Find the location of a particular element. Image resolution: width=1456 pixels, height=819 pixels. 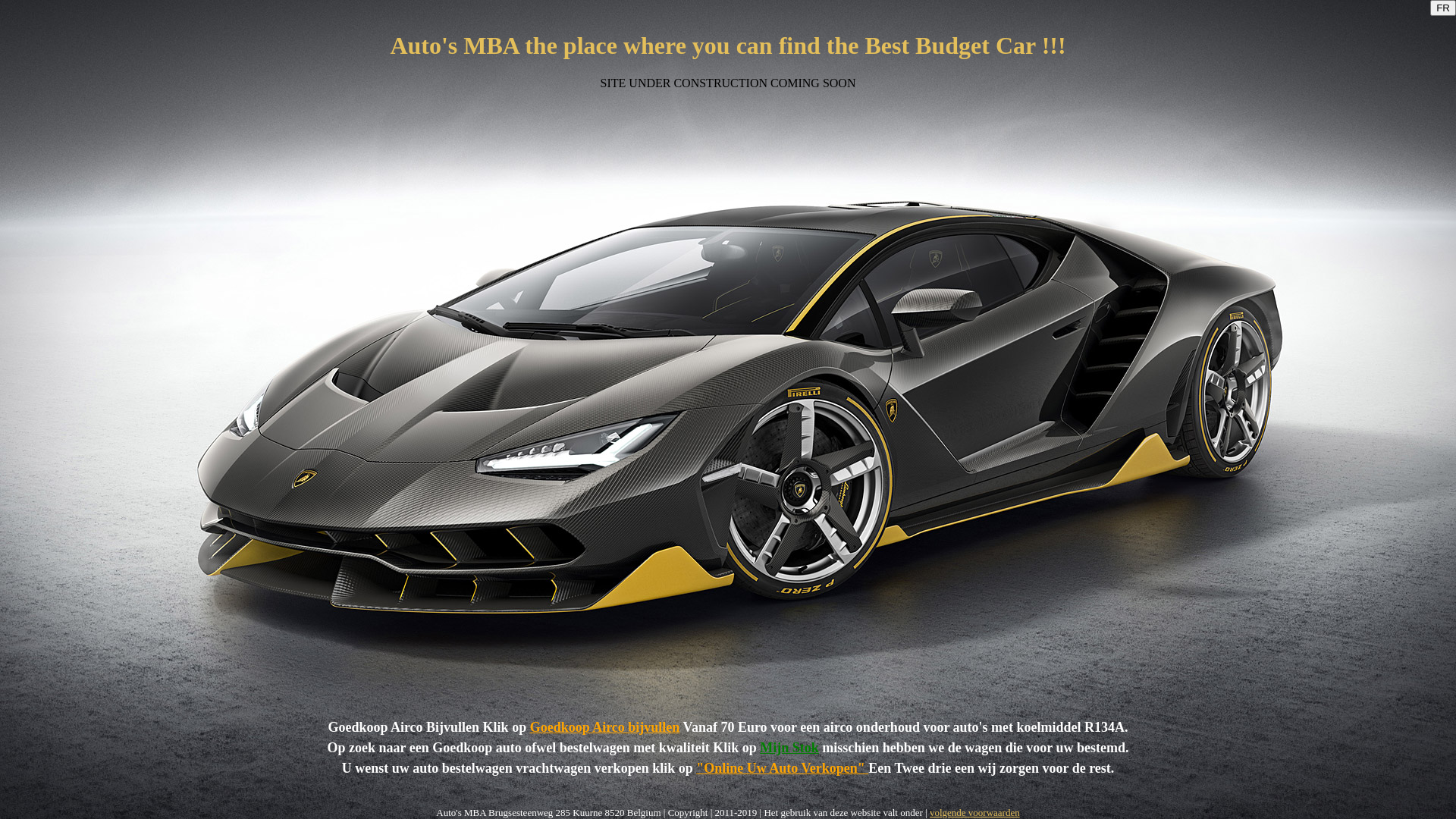

'Goedkoop Airco bijvullen' is located at coordinates (530, 726).